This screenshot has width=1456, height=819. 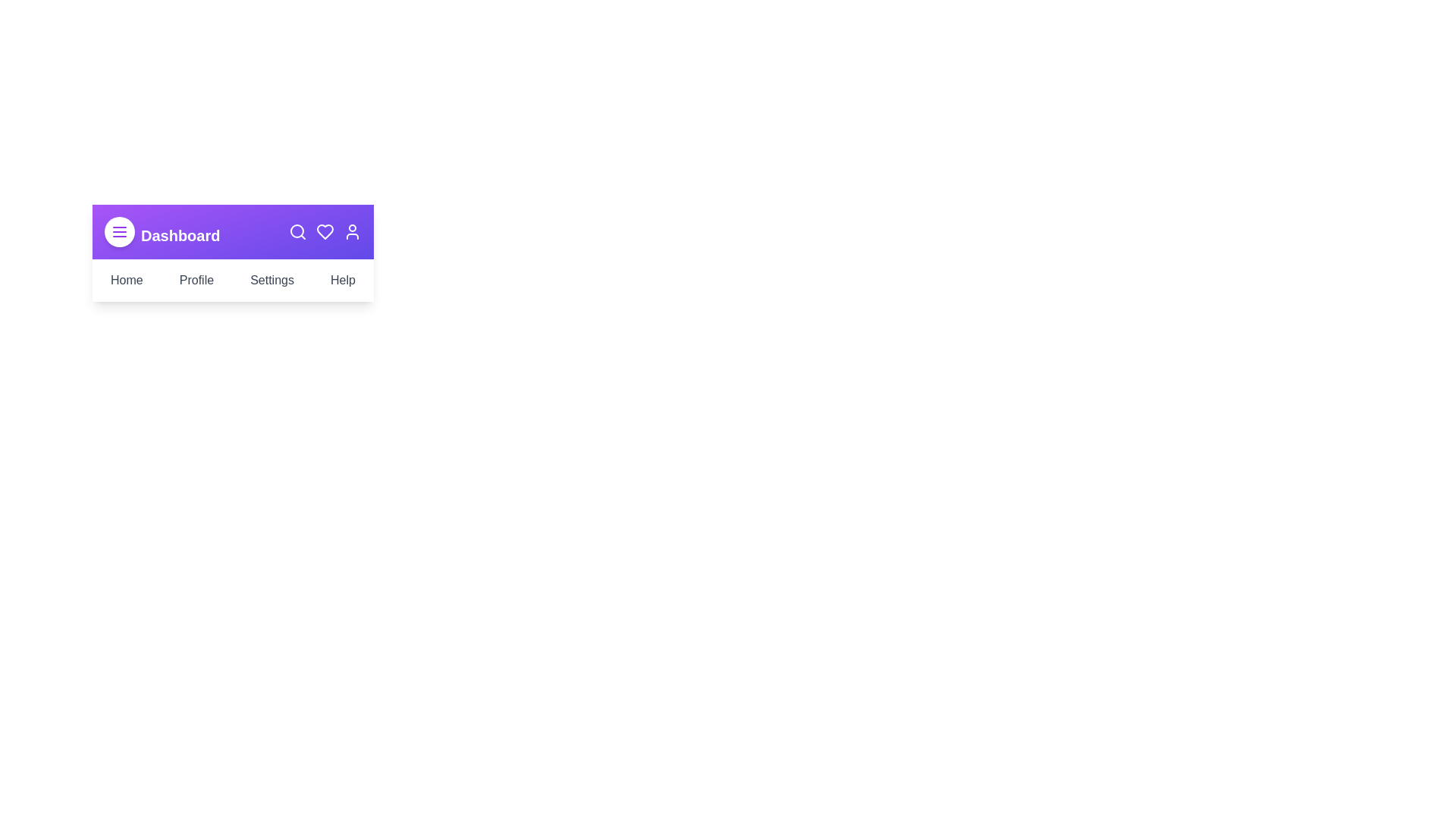 What do you see at coordinates (127, 281) in the screenshot?
I see `the Home menu item in the navigation menu` at bounding box center [127, 281].